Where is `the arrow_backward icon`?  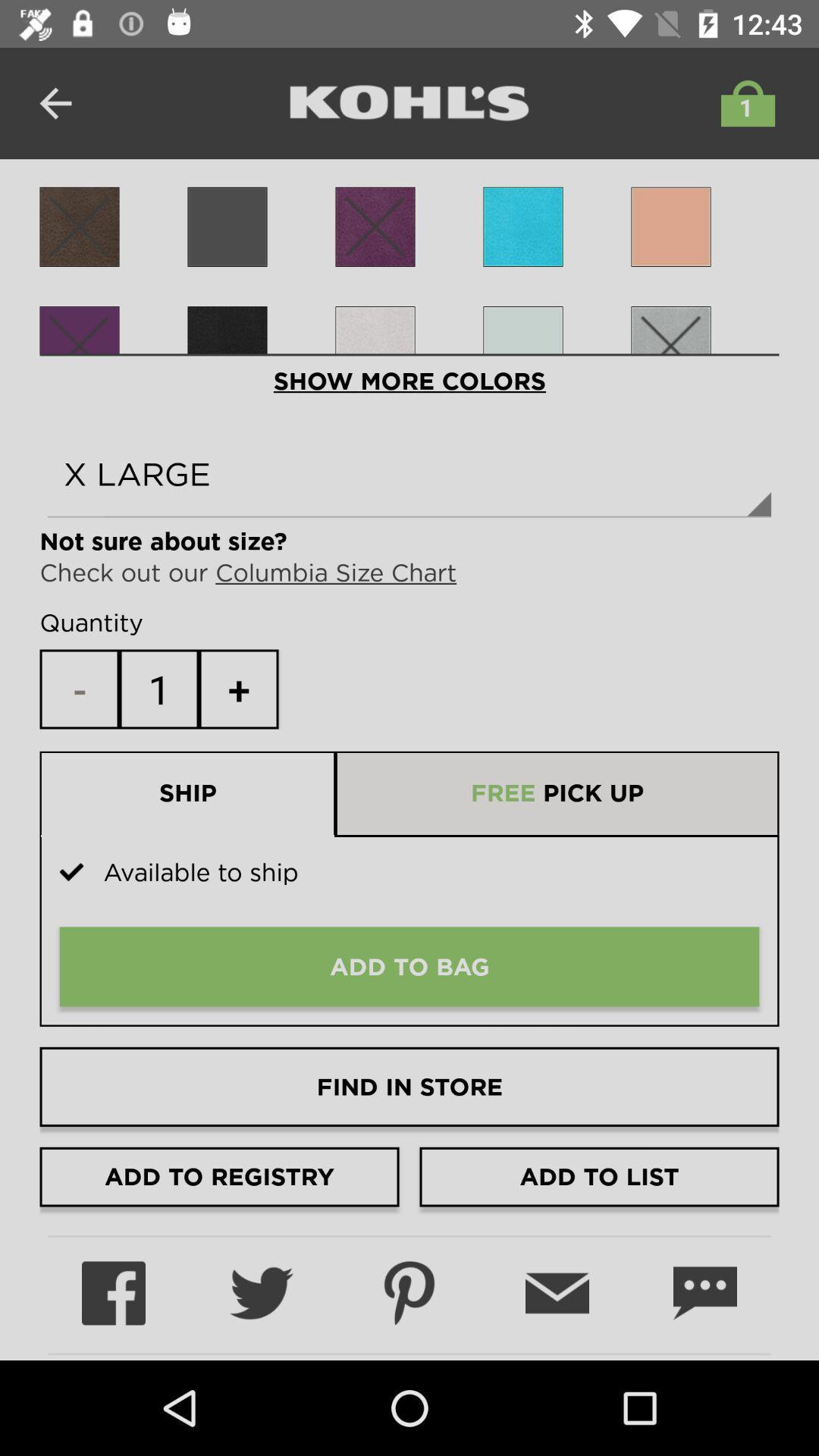
the arrow_backward icon is located at coordinates (55, 102).